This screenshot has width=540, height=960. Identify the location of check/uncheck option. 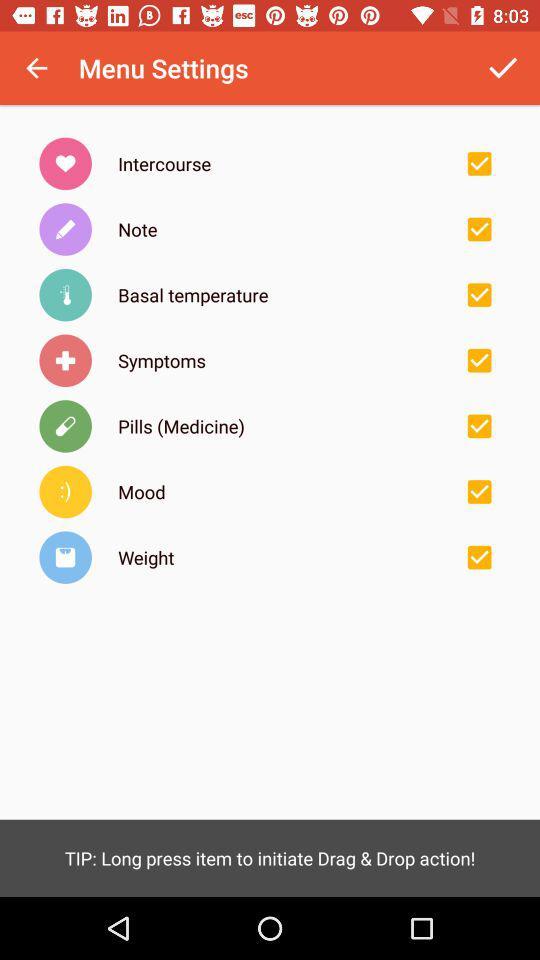
(478, 557).